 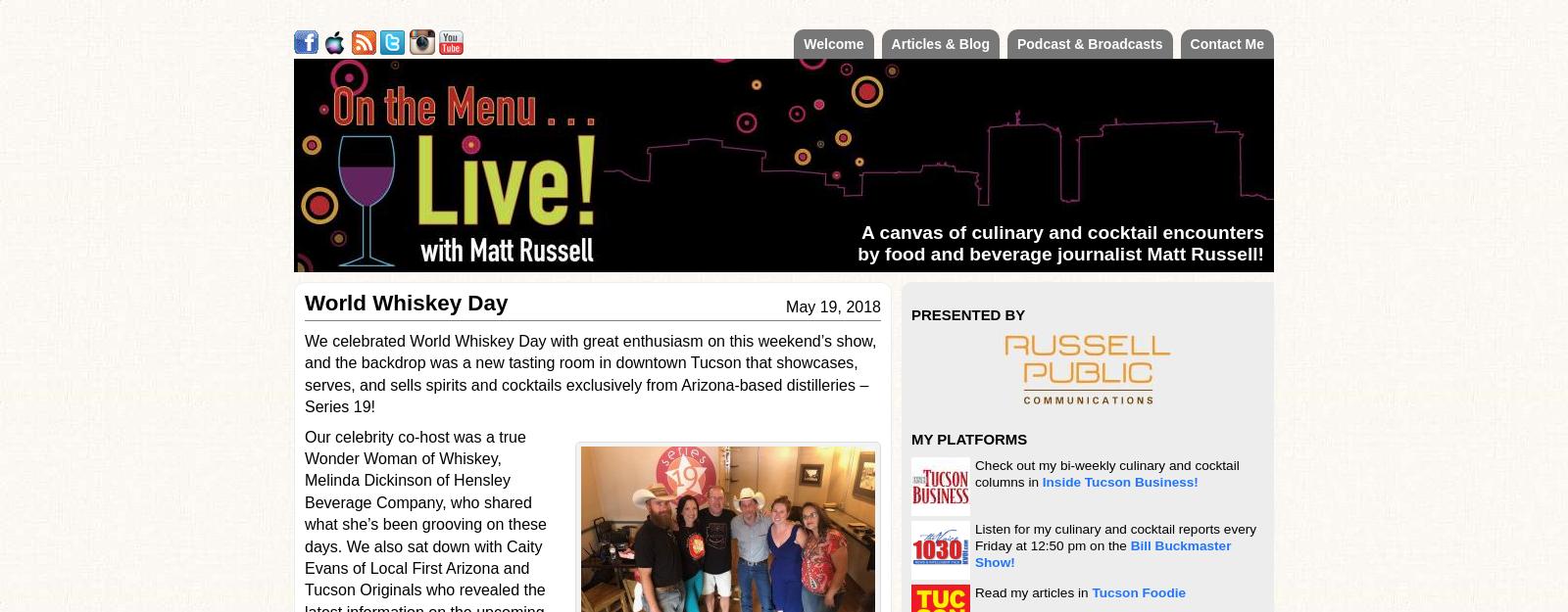 I want to click on 'Tucson Foodie', so click(x=1139, y=592).